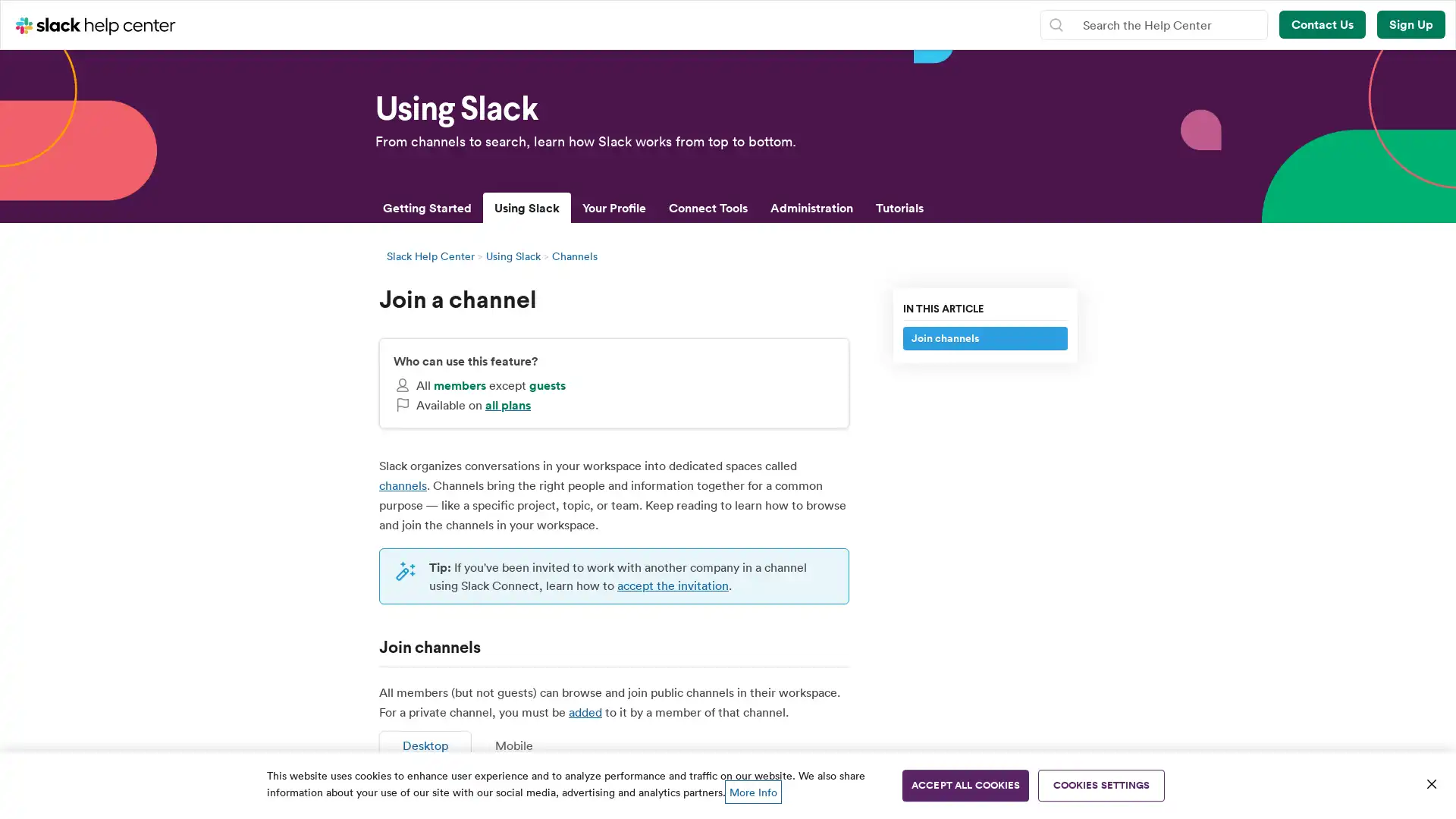 The image size is (1456, 819). Describe the element at coordinates (1430, 783) in the screenshot. I see `Close` at that location.